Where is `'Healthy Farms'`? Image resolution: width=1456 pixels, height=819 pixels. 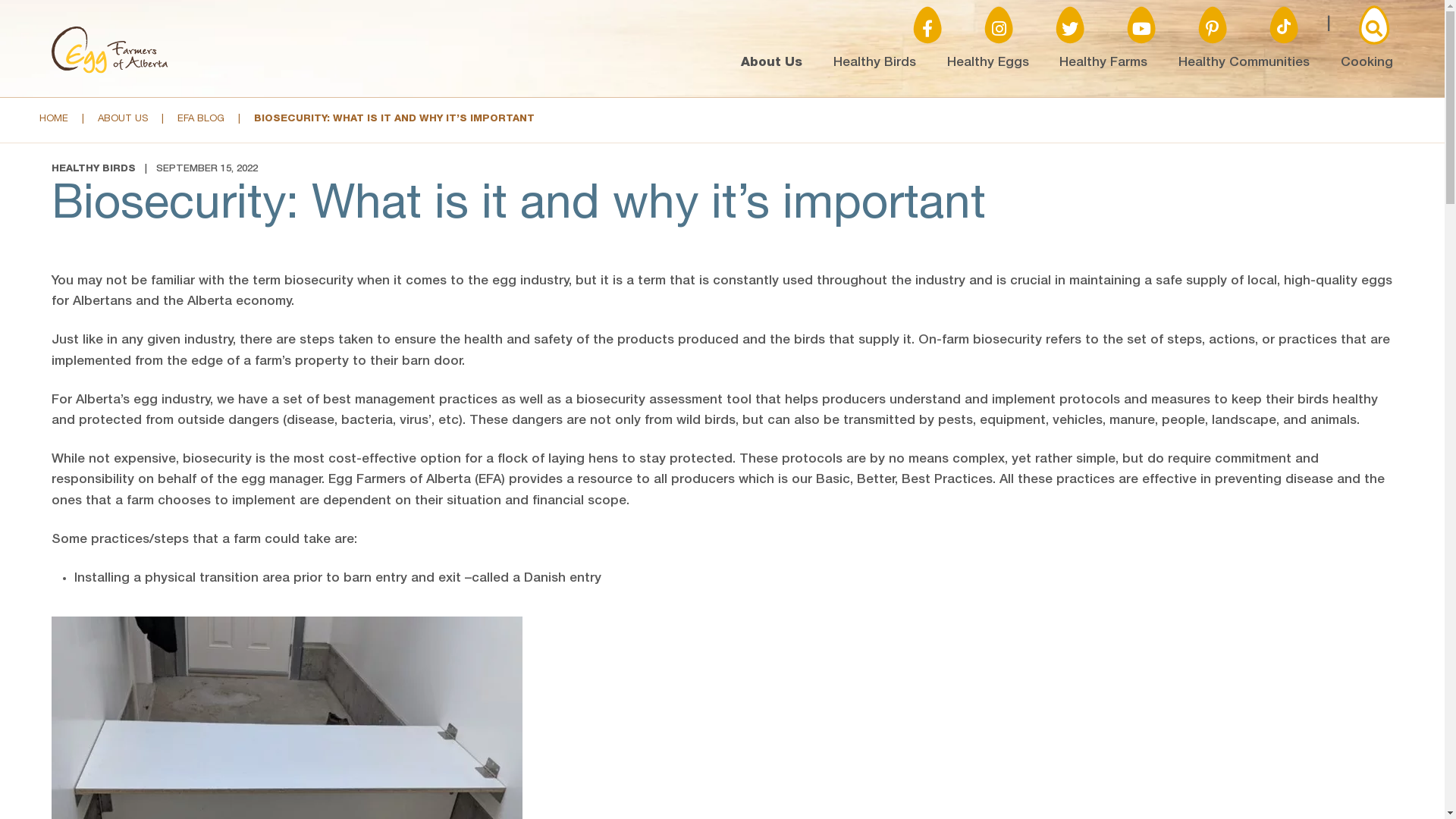
'Healthy Farms' is located at coordinates (1103, 62).